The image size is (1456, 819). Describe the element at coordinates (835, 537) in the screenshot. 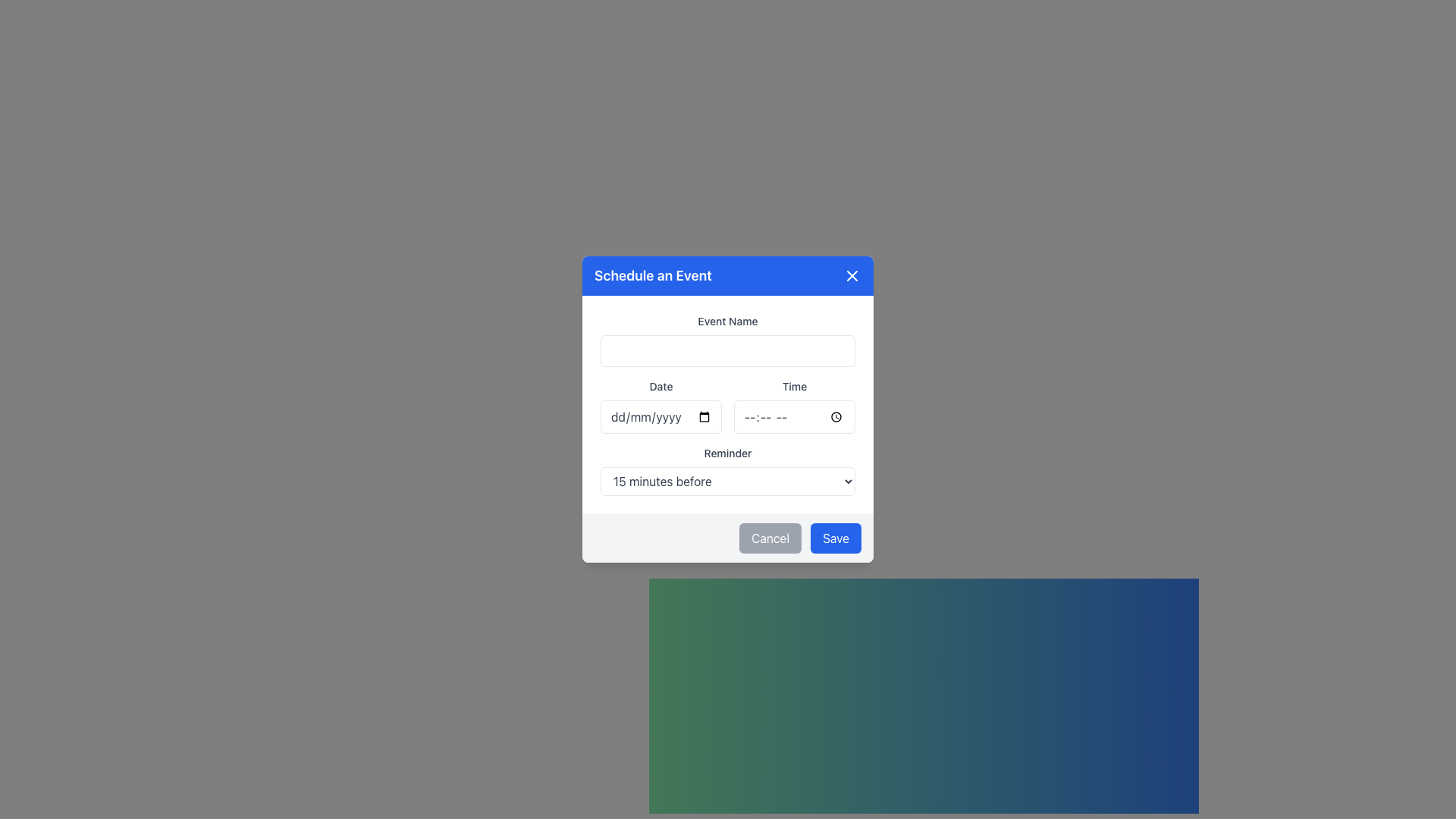

I see `the confirm button located at the bottom right of the modal dialog` at that location.